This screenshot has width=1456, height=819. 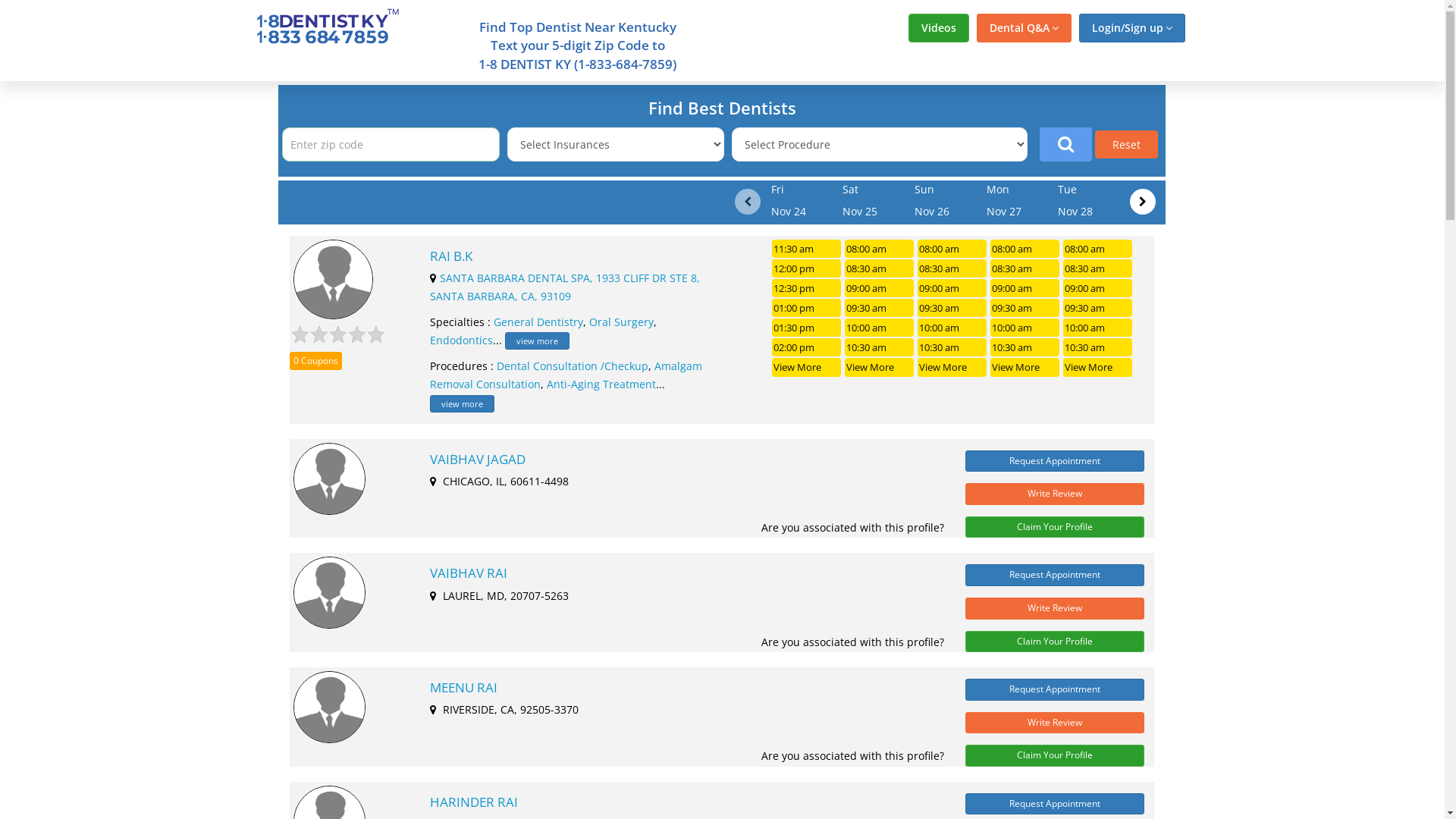 What do you see at coordinates (496, 366) in the screenshot?
I see `'Dental Consultation /Checkup'` at bounding box center [496, 366].